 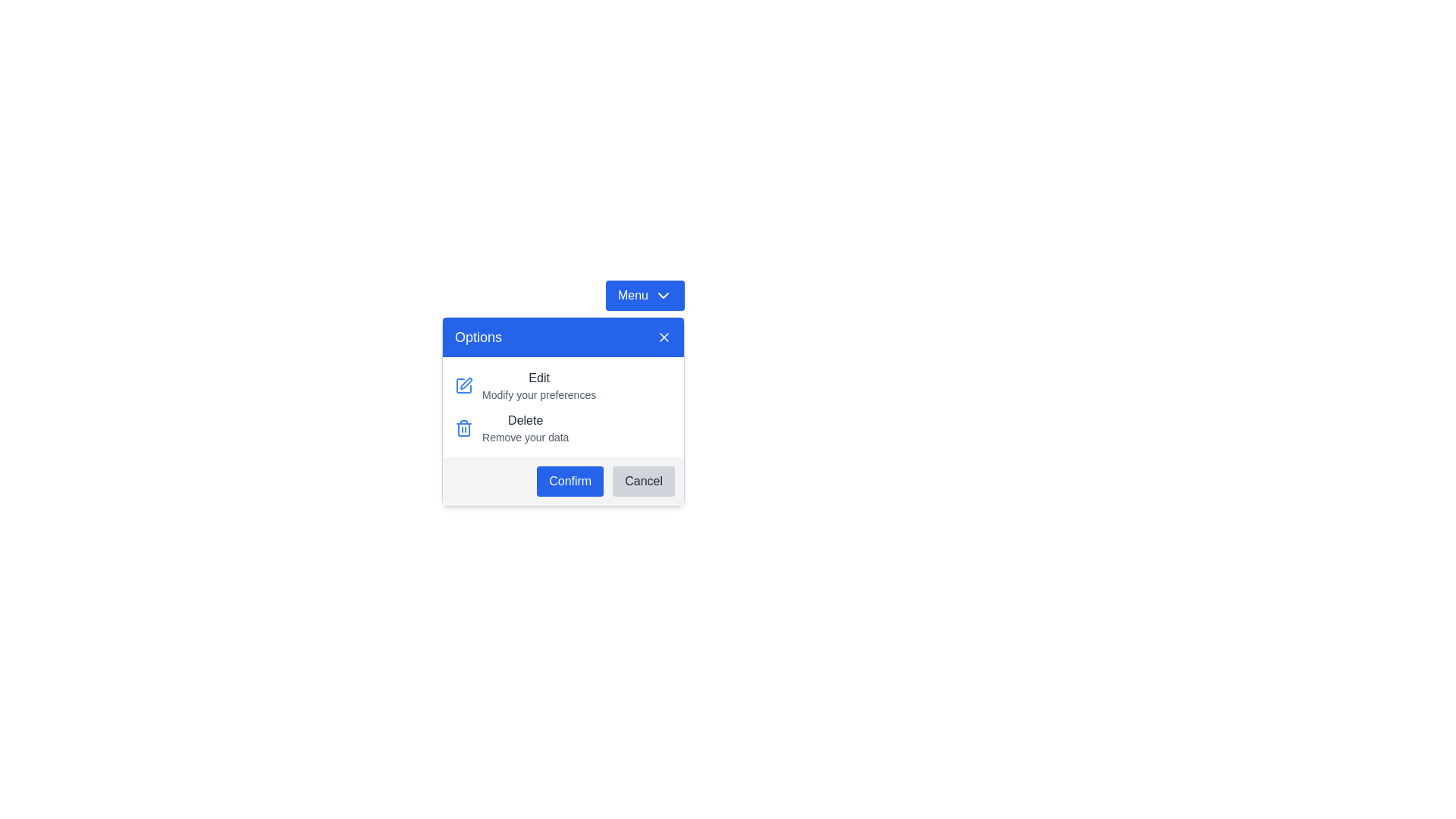 What do you see at coordinates (526, 428) in the screenshot?
I see `the 'Delete' text label in the 'Options' modal, which is the second item in the vertical list of options and is accompanied by a trash can icon` at bounding box center [526, 428].